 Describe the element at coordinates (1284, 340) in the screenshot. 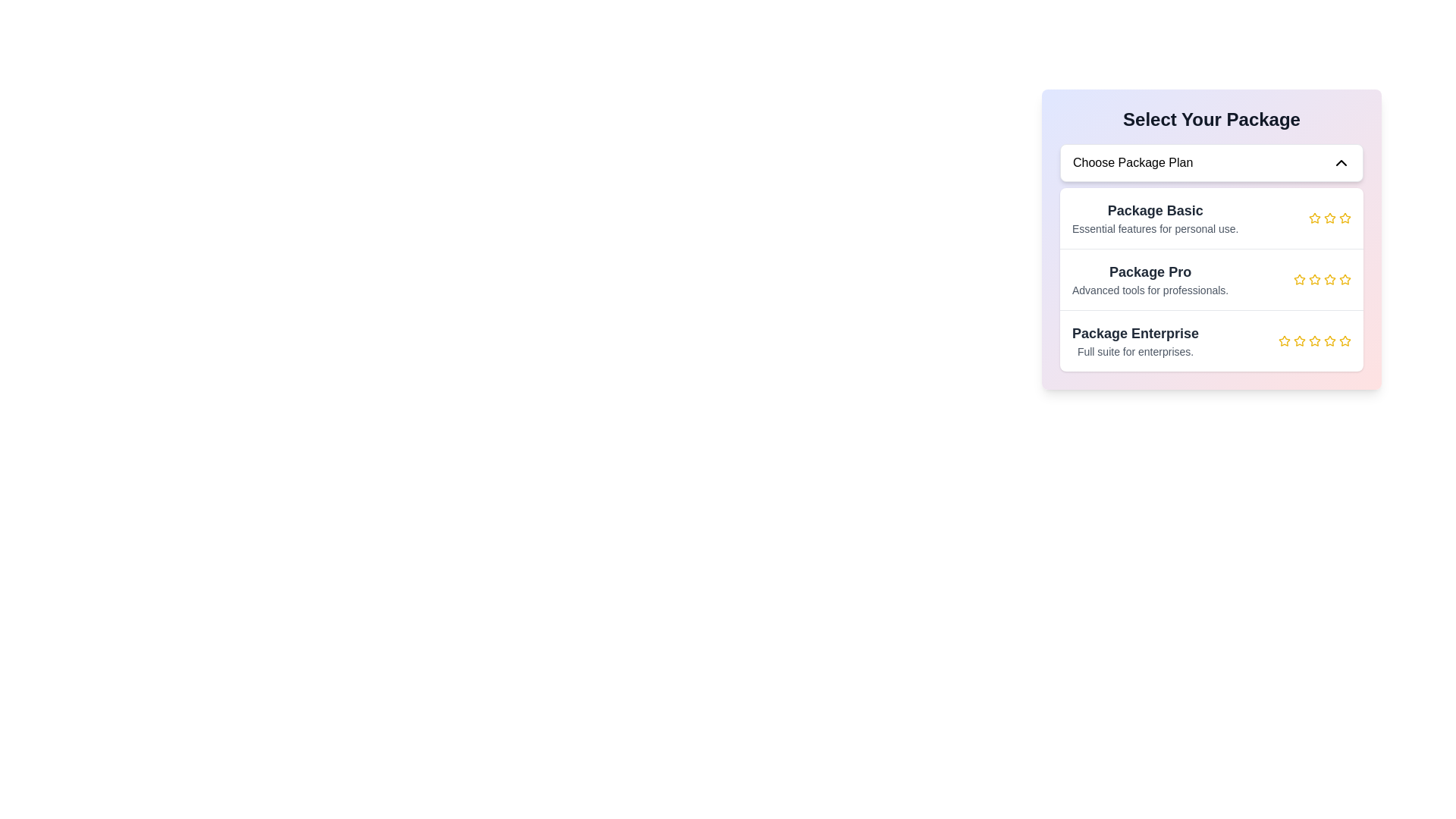

I see `the second star in the five-star rating system for the 'Package Enterprise' item to rate it` at that location.